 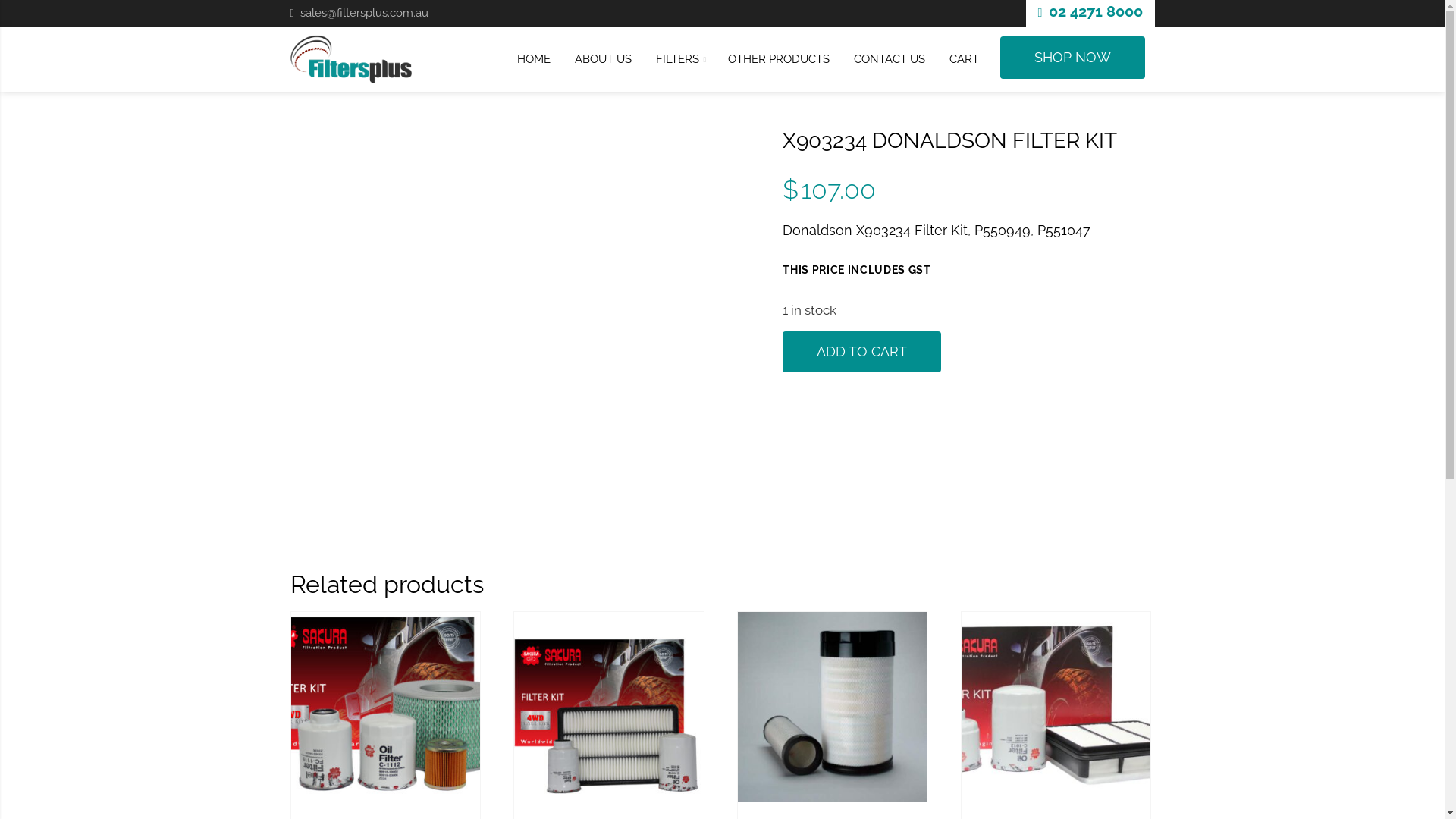 I want to click on '02 4271 8000', so click(x=1095, y=11).